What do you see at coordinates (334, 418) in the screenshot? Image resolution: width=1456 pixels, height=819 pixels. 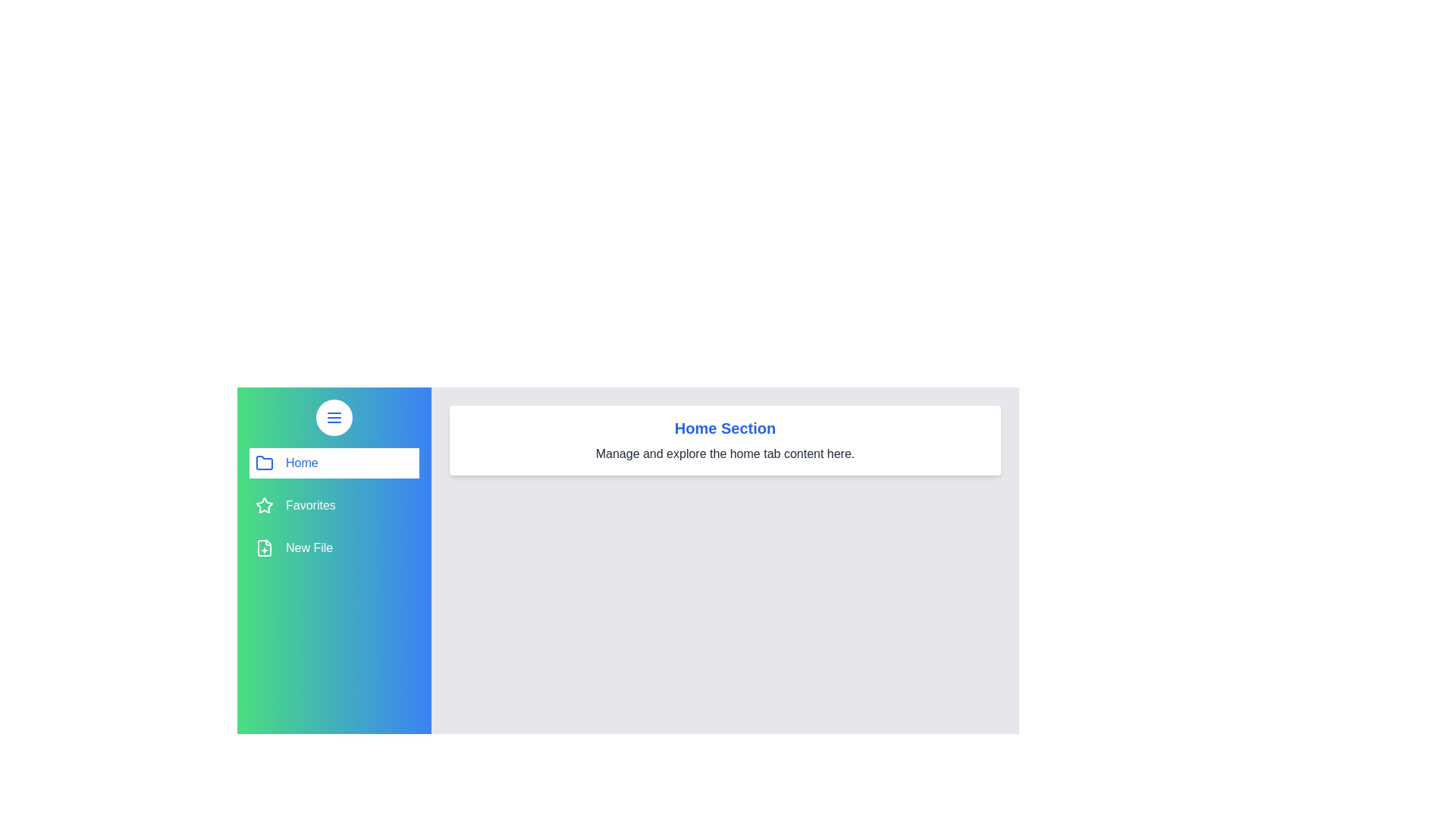 I see `the menu button to toggle the drawer` at bounding box center [334, 418].